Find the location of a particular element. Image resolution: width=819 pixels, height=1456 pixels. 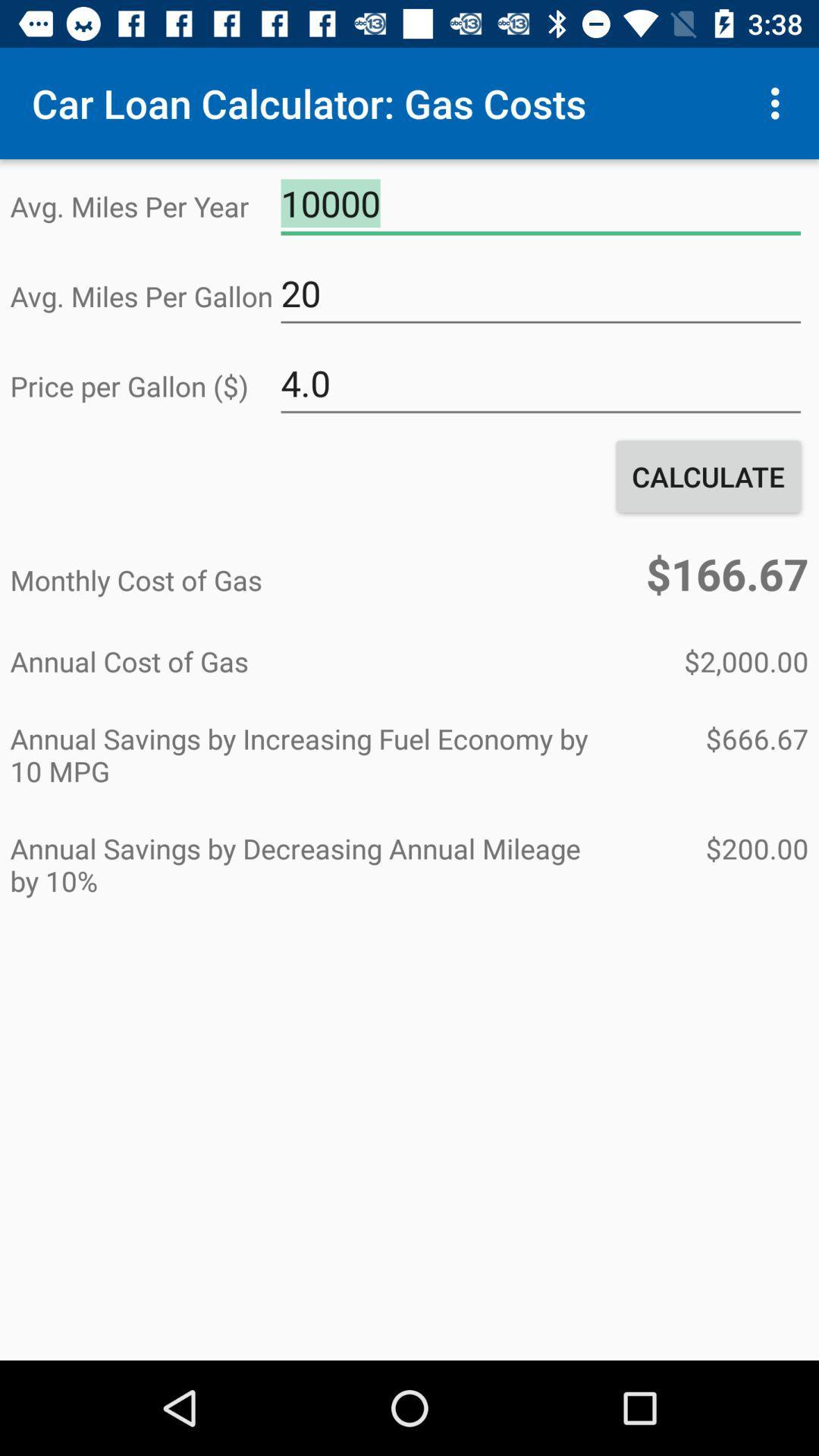

item above 10000 is located at coordinates (779, 102).